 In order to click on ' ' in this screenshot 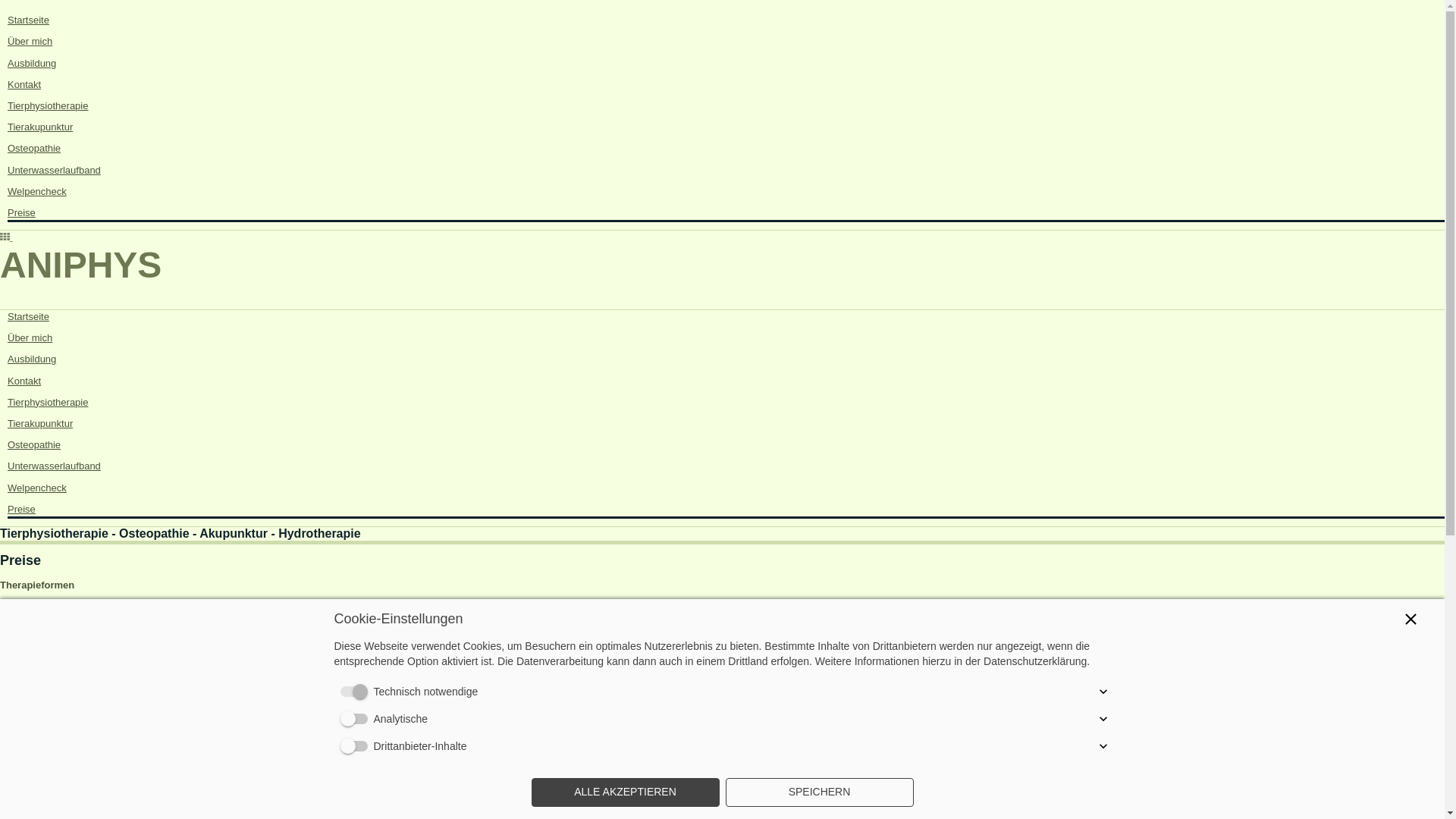, I will do `click(6, 237)`.